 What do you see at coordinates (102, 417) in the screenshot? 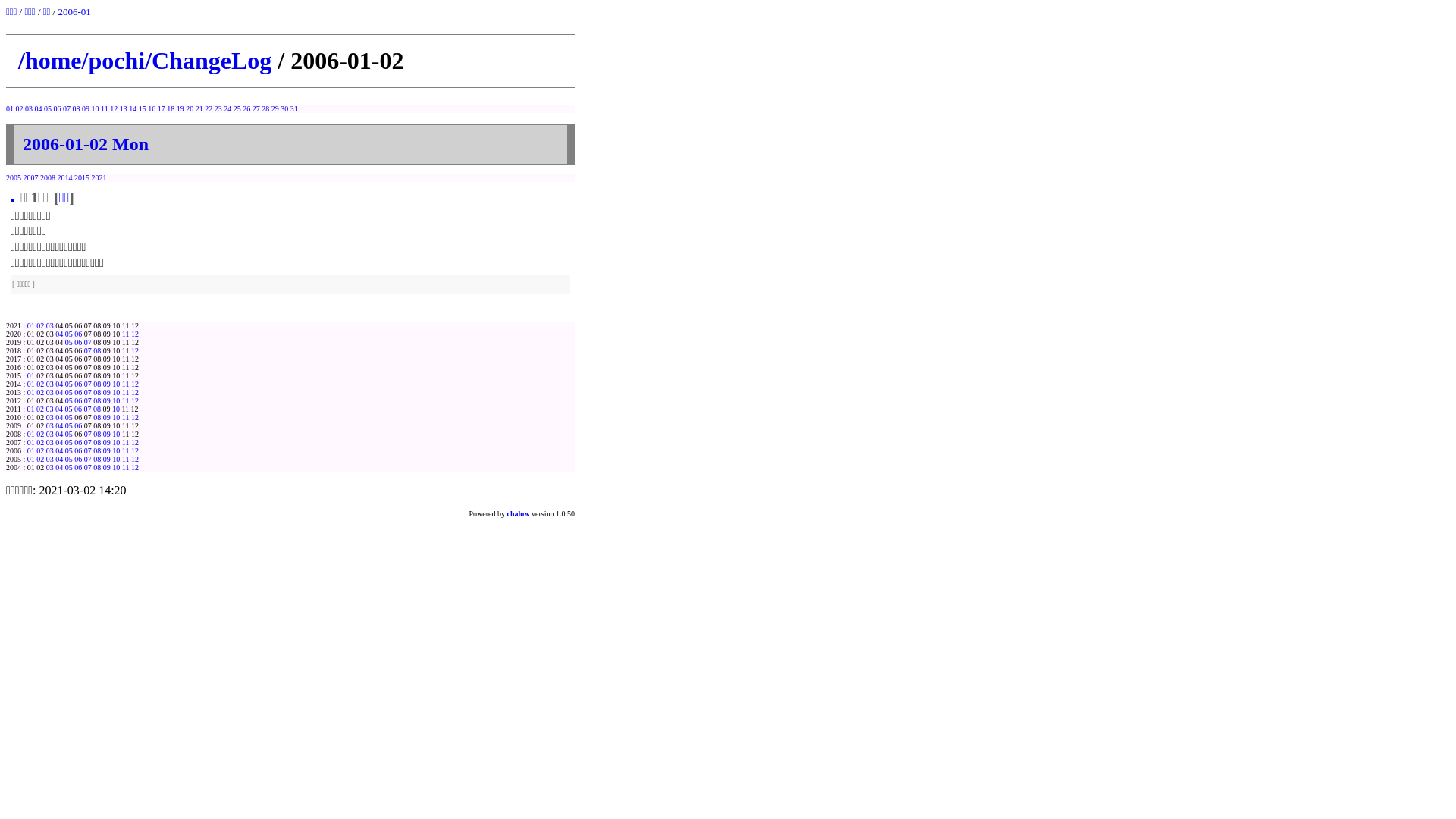
I see `'09'` at bounding box center [102, 417].